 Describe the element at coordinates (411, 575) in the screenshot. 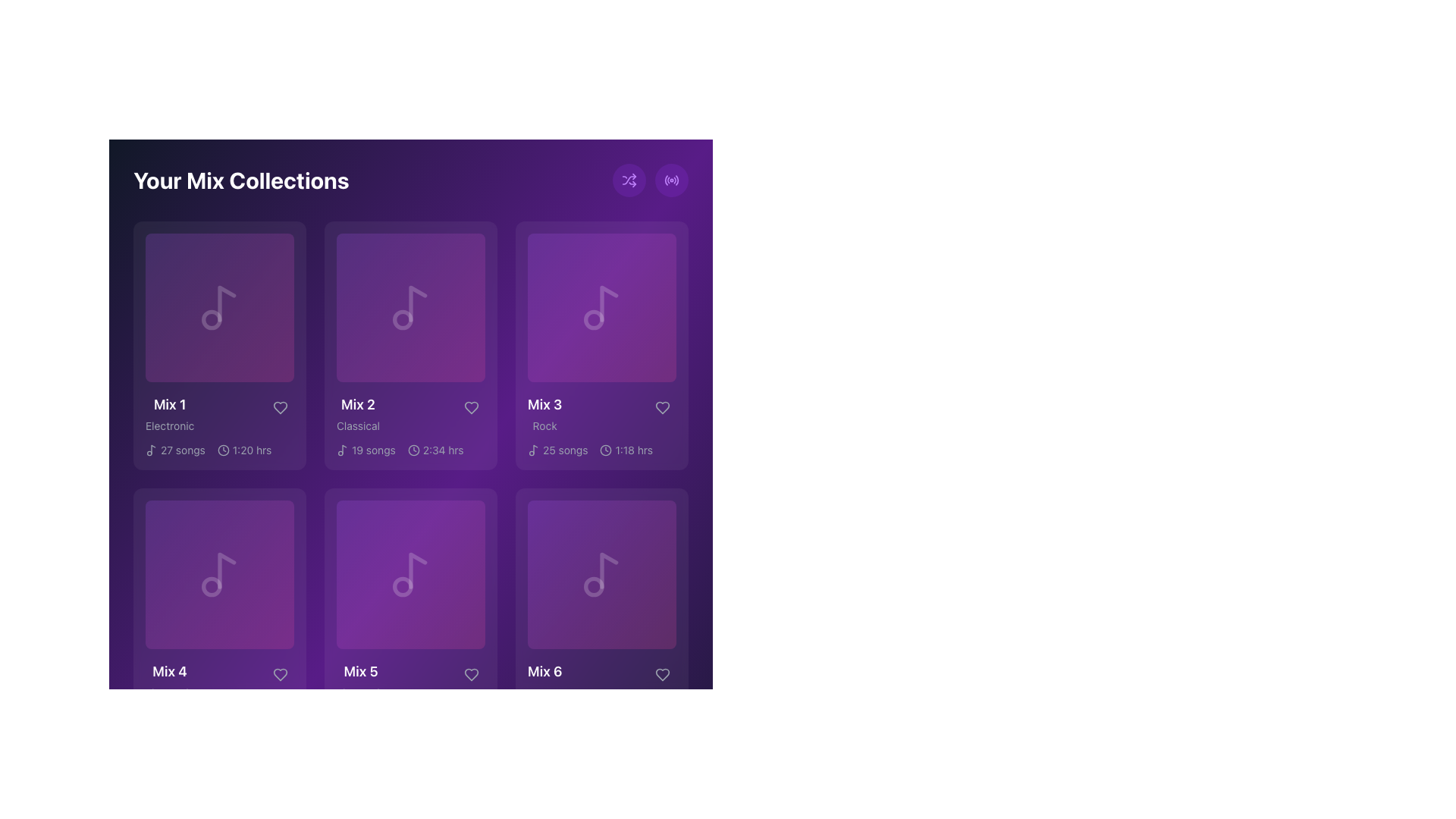

I see `the interactive card featuring a gradient purple background and a musical note icon, located in the 'Your Mix Collections' section, specifically the middle row, second from the left` at that location.